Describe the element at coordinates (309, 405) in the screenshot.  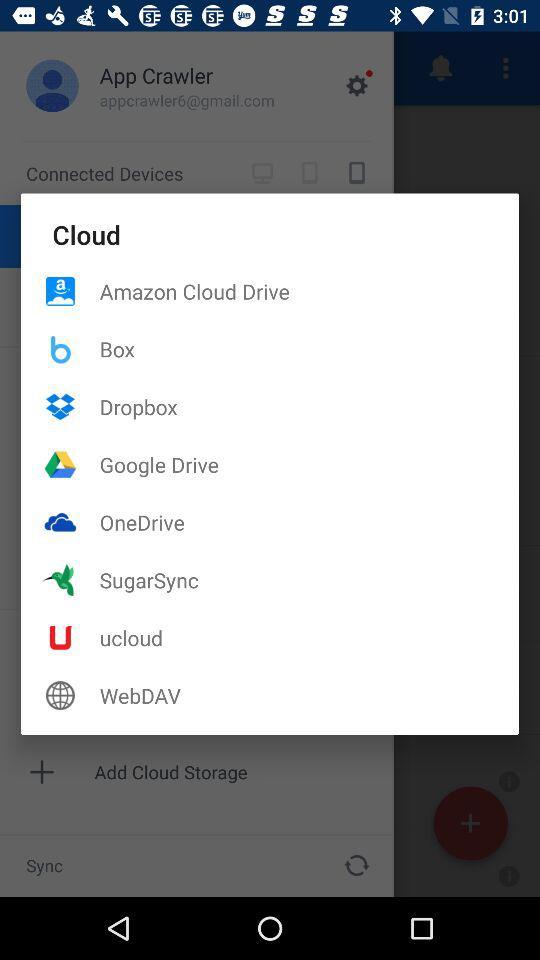
I see `dropbox icon` at that location.